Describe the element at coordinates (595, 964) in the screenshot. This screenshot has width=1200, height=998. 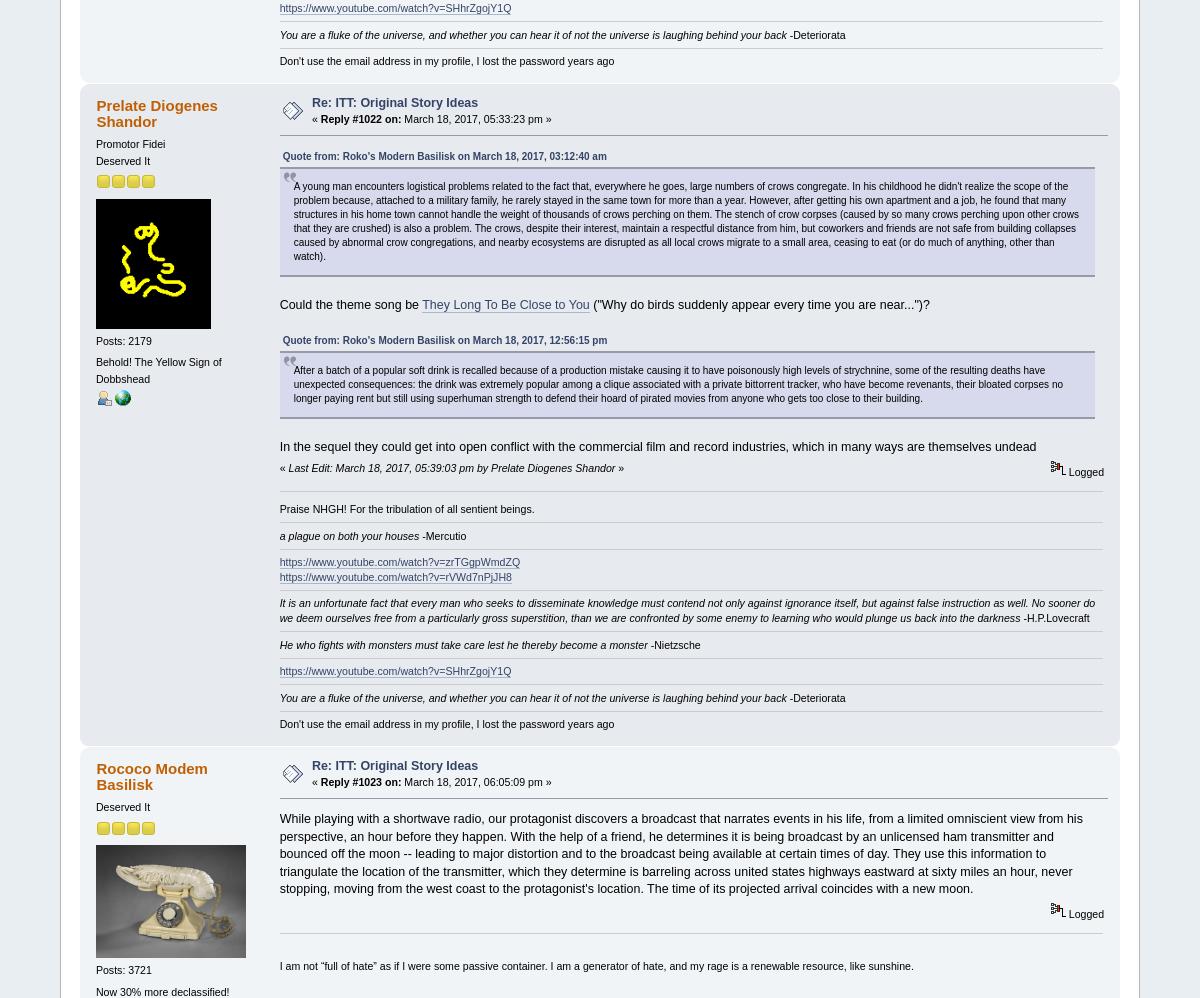
I see `'I am not “full of hate” as if I were some passive container. I am a generator of hate, and my rage is a renewable resource, like sunshine.'` at that location.